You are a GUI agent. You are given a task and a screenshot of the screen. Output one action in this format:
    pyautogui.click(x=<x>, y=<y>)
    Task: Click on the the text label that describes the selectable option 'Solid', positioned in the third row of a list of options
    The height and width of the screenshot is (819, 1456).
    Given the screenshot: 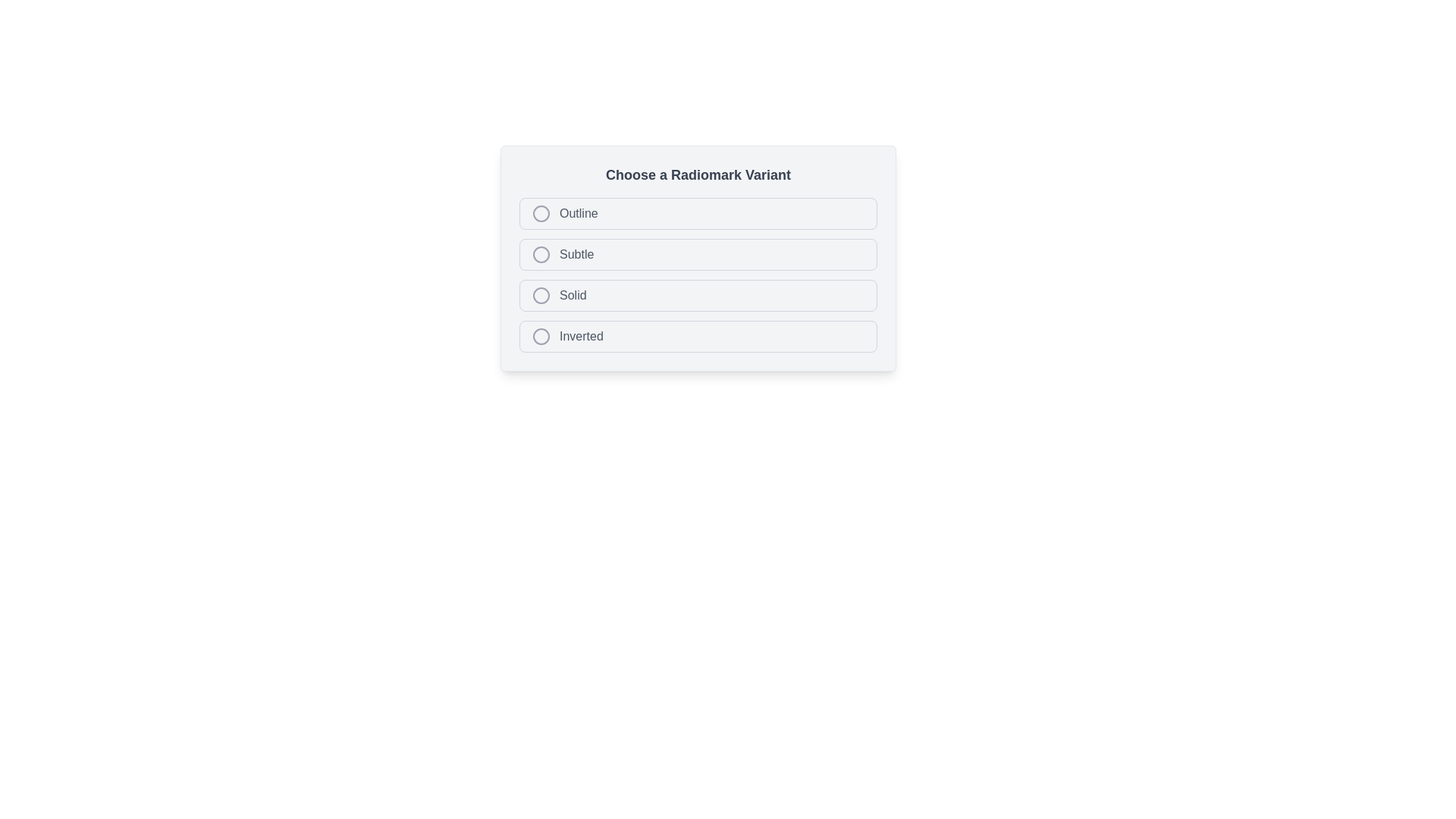 What is the action you would take?
    pyautogui.click(x=572, y=295)
    